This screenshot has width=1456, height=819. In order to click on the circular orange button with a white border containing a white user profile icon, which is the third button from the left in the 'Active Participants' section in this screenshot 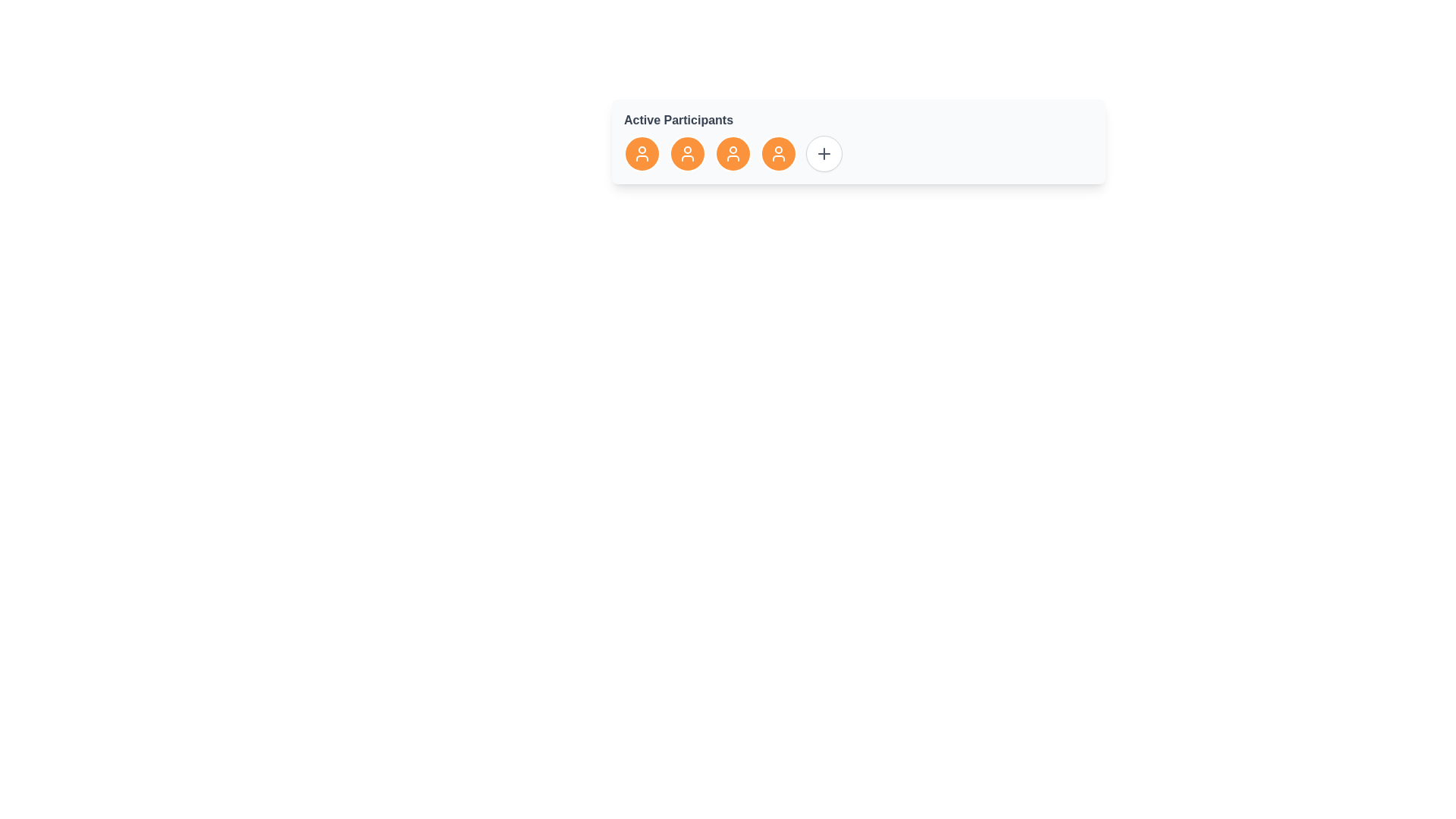, I will do `click(733, 154)`.